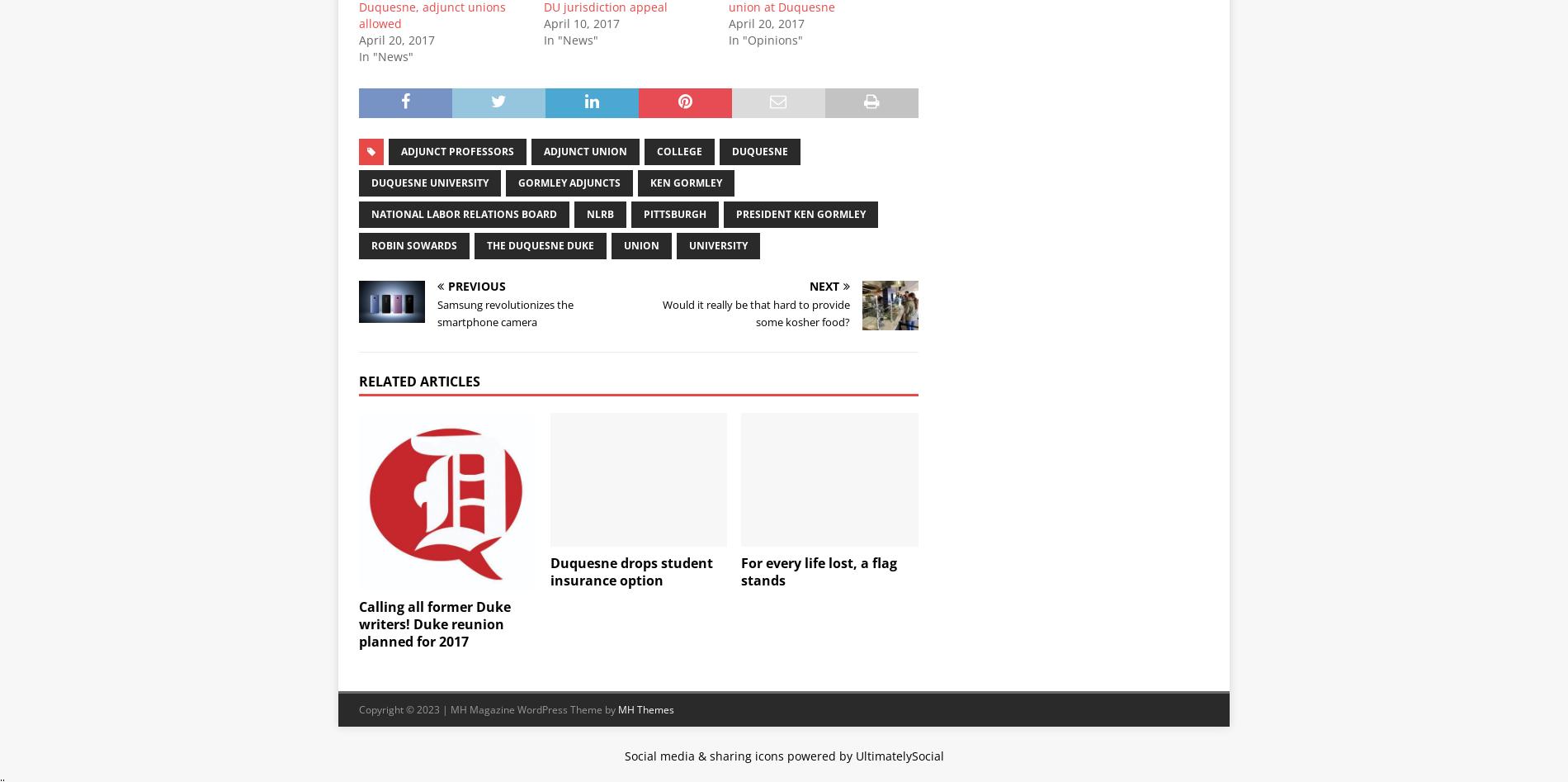 The image size is (1568, 782). Describe the element at coordinates (704, 754) in the screenshot. I see `'Social media & sharing icons'` at that location.